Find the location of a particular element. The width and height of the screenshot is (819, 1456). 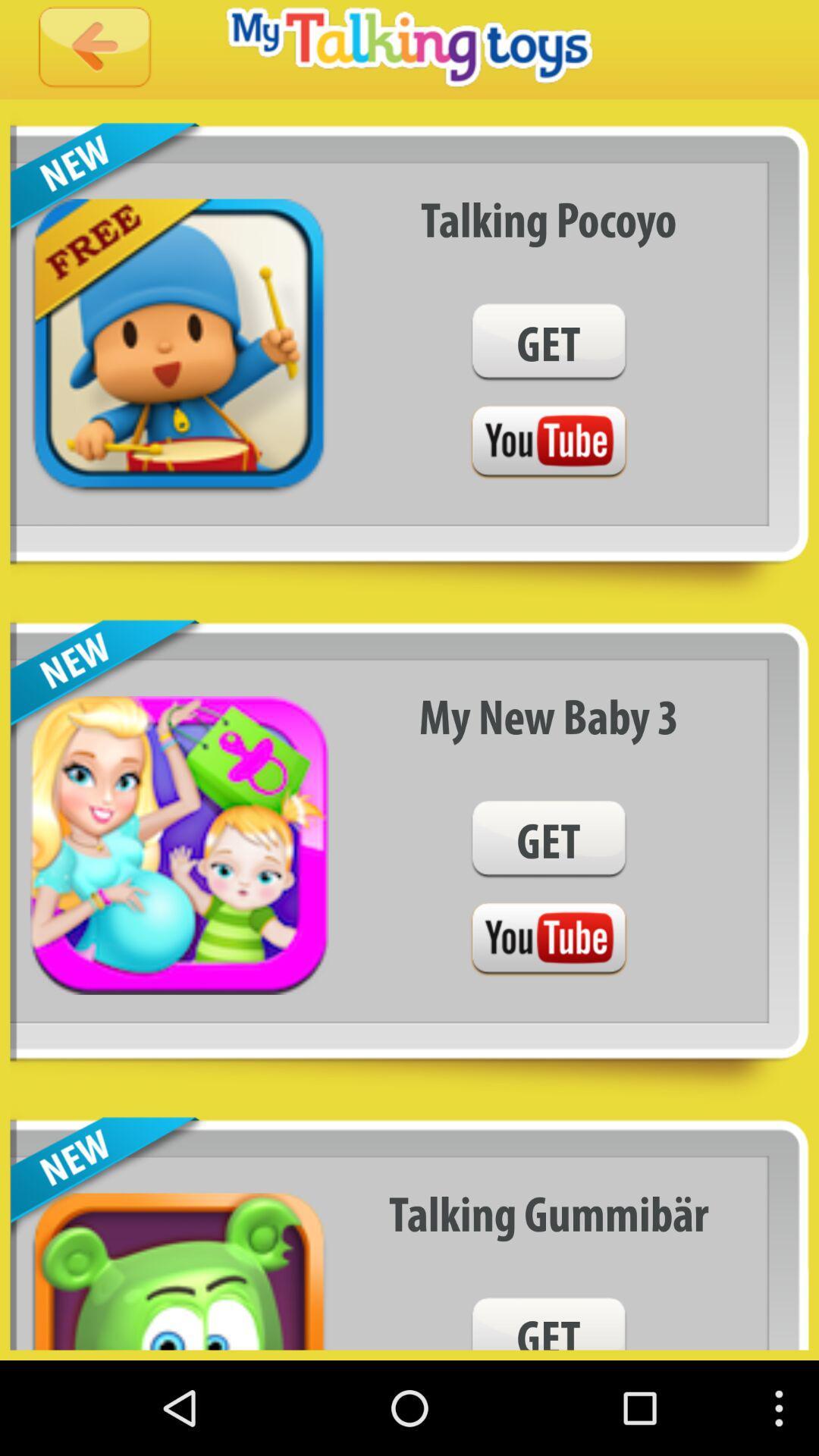

video is located at coordinates (548, 939).